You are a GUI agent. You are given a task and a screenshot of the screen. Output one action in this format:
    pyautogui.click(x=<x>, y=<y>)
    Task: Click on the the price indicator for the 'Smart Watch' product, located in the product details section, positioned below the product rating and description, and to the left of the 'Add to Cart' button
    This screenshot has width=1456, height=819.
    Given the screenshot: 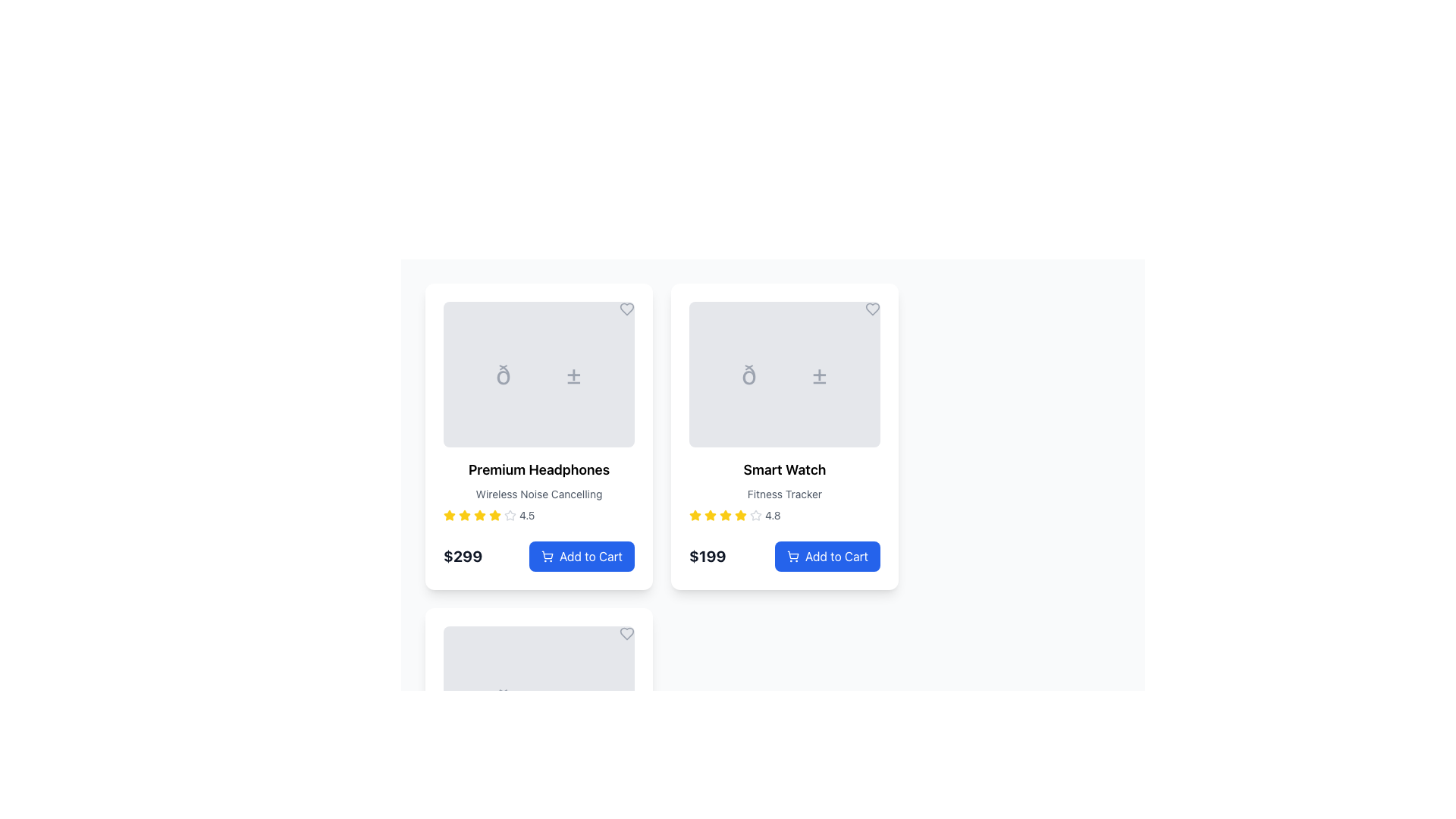 What is the action you would take?
    pyautogui.click(x=707, y=556)
    